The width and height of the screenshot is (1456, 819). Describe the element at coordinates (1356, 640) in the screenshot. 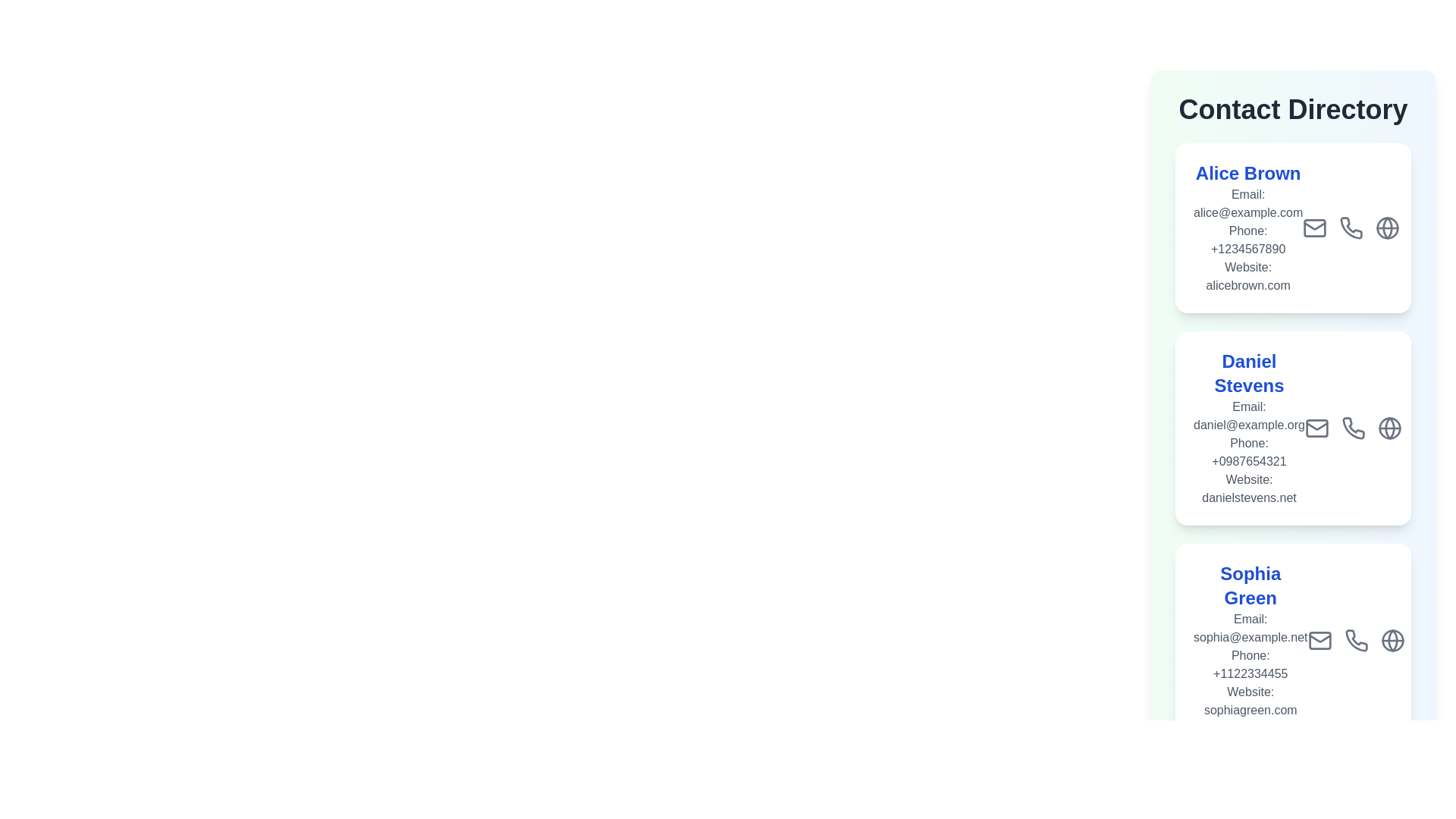

I see `the phone icon for the contact Sophia Green` at that location.